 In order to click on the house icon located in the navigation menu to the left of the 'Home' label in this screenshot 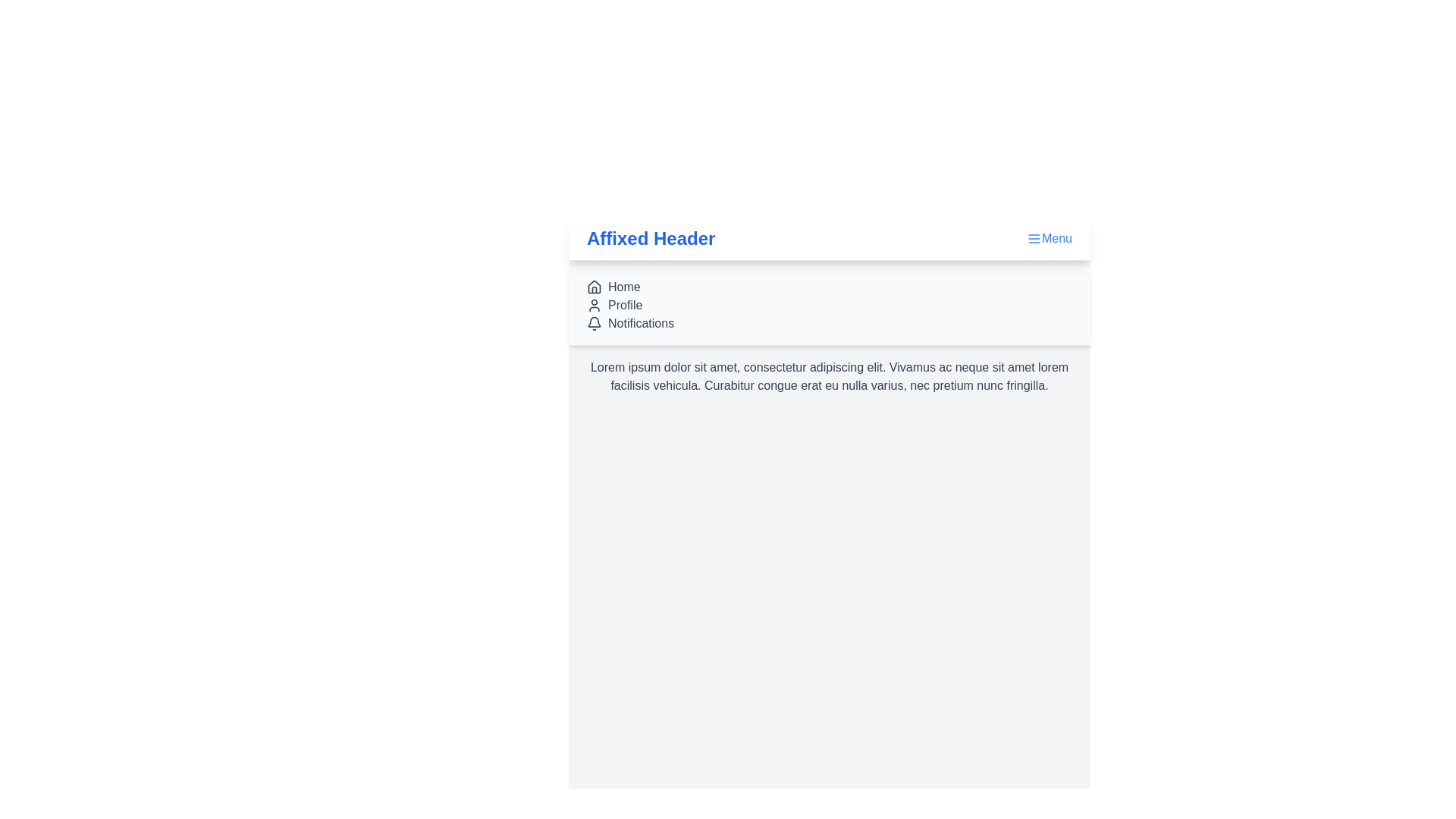, I will do `click(593, 287)`.